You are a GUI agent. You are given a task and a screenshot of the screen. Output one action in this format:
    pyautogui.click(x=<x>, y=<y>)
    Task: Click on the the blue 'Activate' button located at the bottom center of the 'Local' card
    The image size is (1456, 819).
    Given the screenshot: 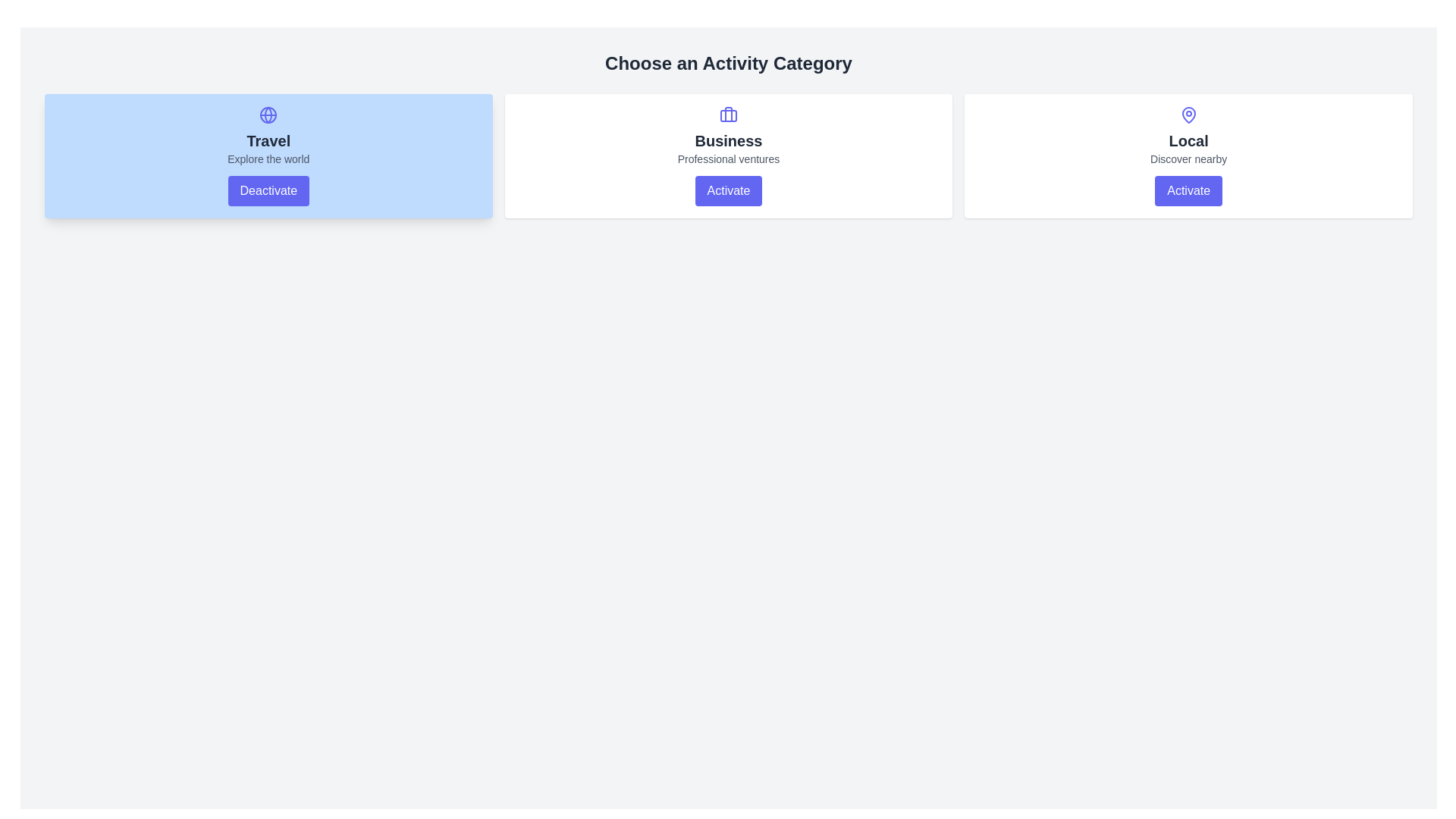 What is the action you would take?
    pyautogui.click(x=1188, y=190)
    